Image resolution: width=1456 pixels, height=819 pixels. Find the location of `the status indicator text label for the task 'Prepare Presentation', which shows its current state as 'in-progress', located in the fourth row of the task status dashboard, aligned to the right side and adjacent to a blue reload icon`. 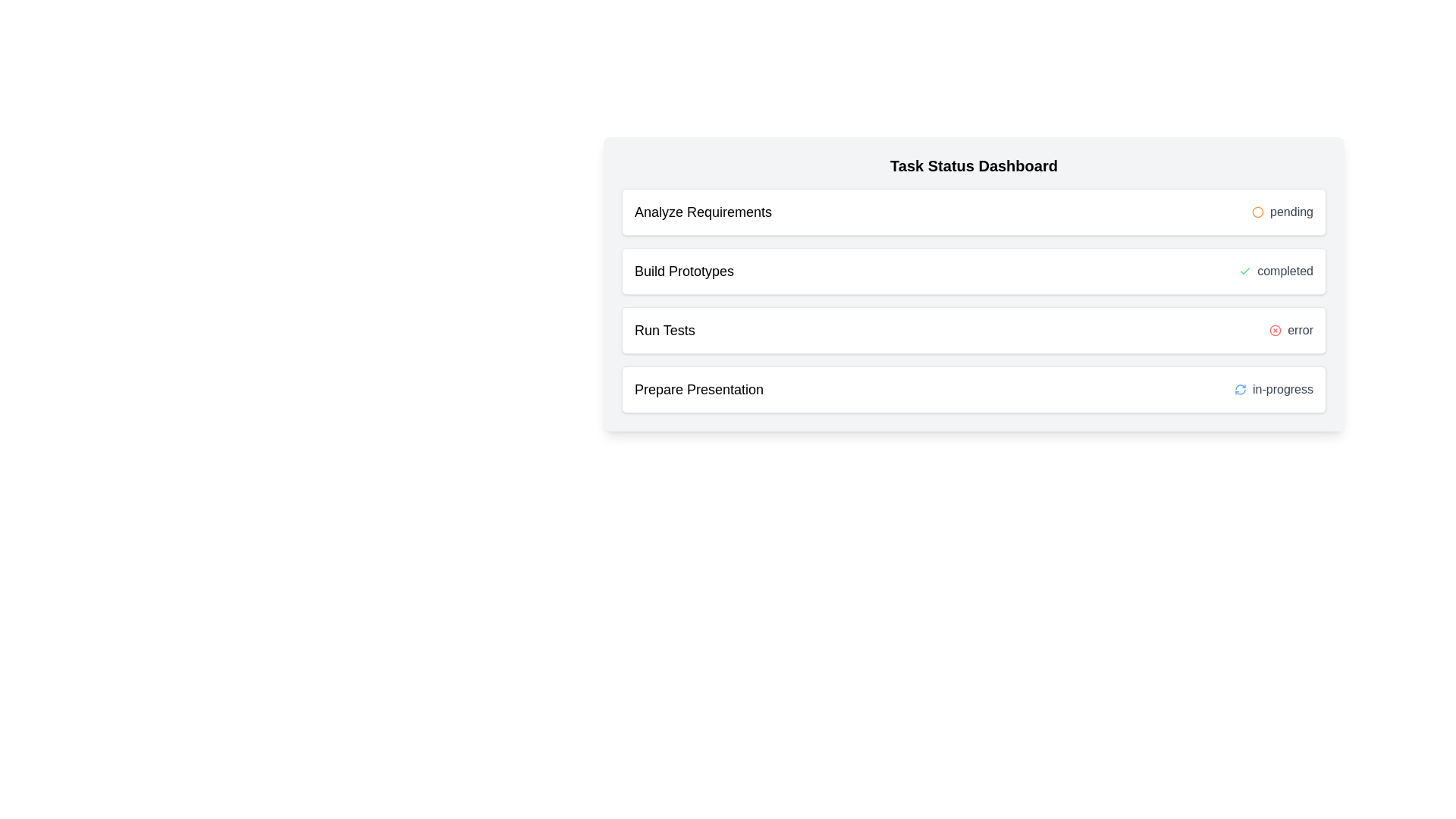

the status indicator text label for the task 'Prepare Presentation', which shows its current state as 'in-progress', located in the fourth row of the task status dashboard, aligned to the right side and adjacent to a blue reload icon is located at coordinates (1282, 388).